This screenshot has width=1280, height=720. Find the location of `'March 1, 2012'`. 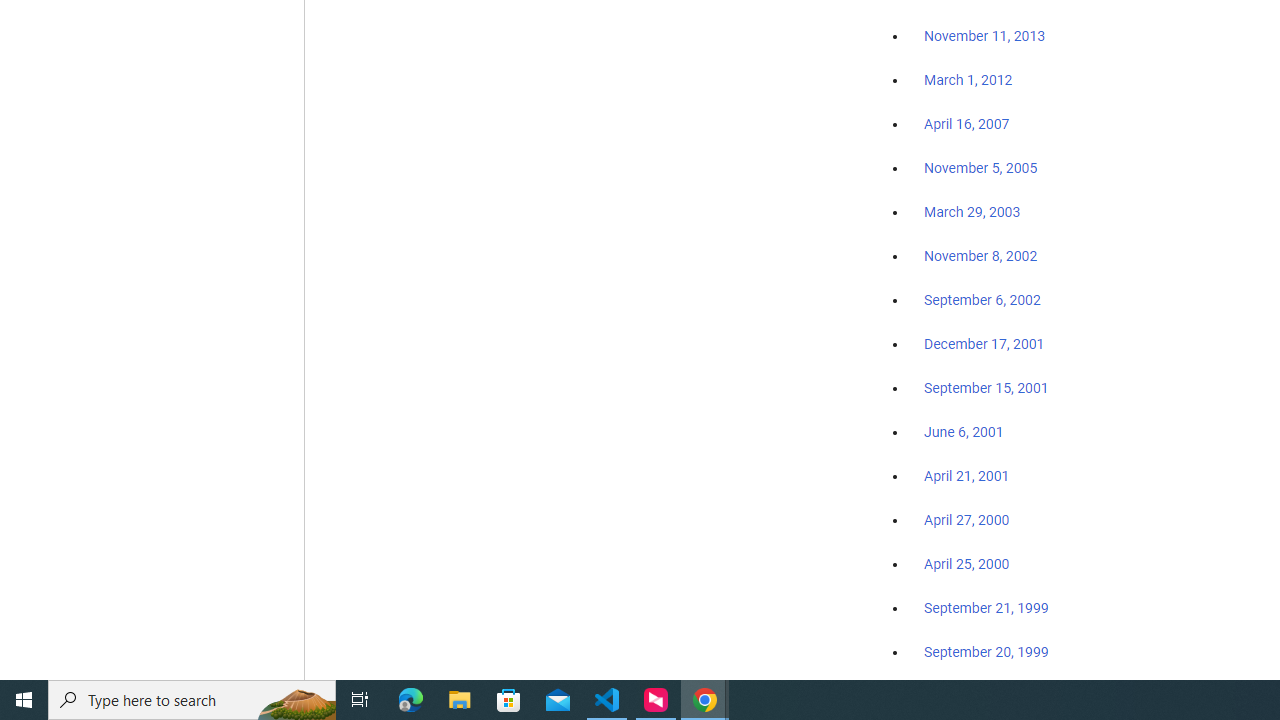

'March 1, 2012' is located at coordinates (968, 80).